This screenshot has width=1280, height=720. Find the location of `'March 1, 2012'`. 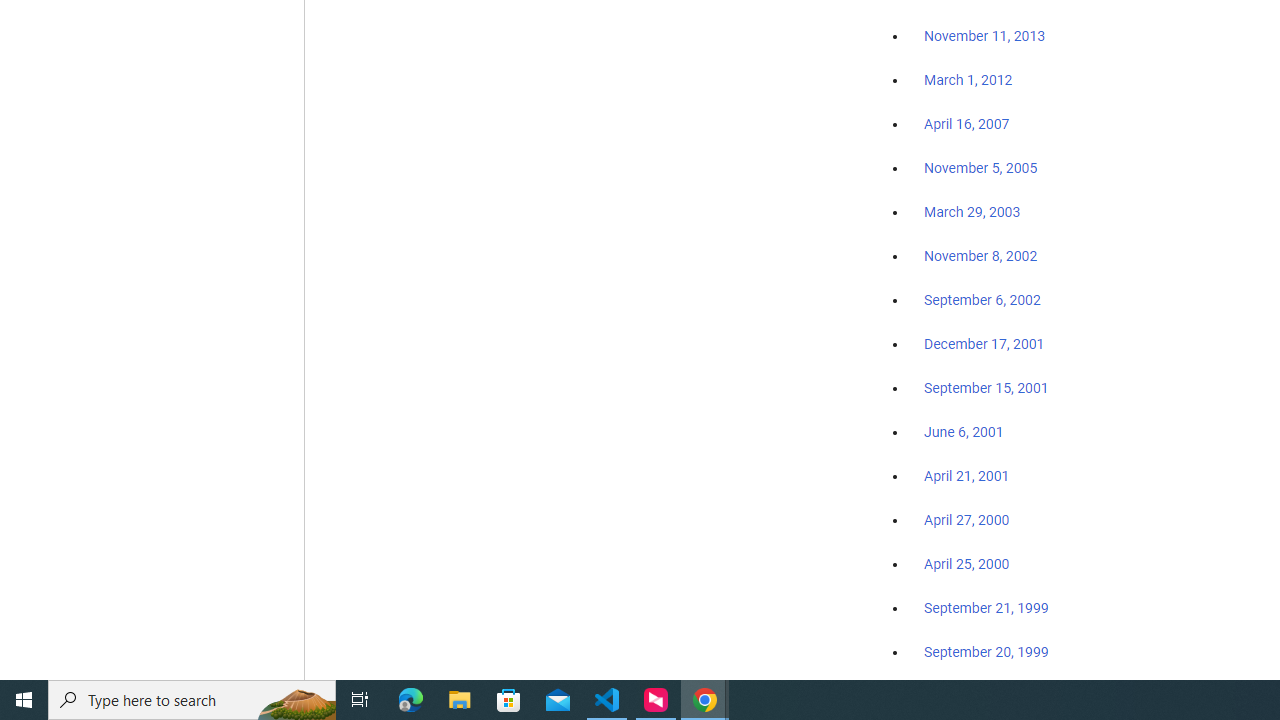

'March 1, 2012' is located at coordinates (968, 80).